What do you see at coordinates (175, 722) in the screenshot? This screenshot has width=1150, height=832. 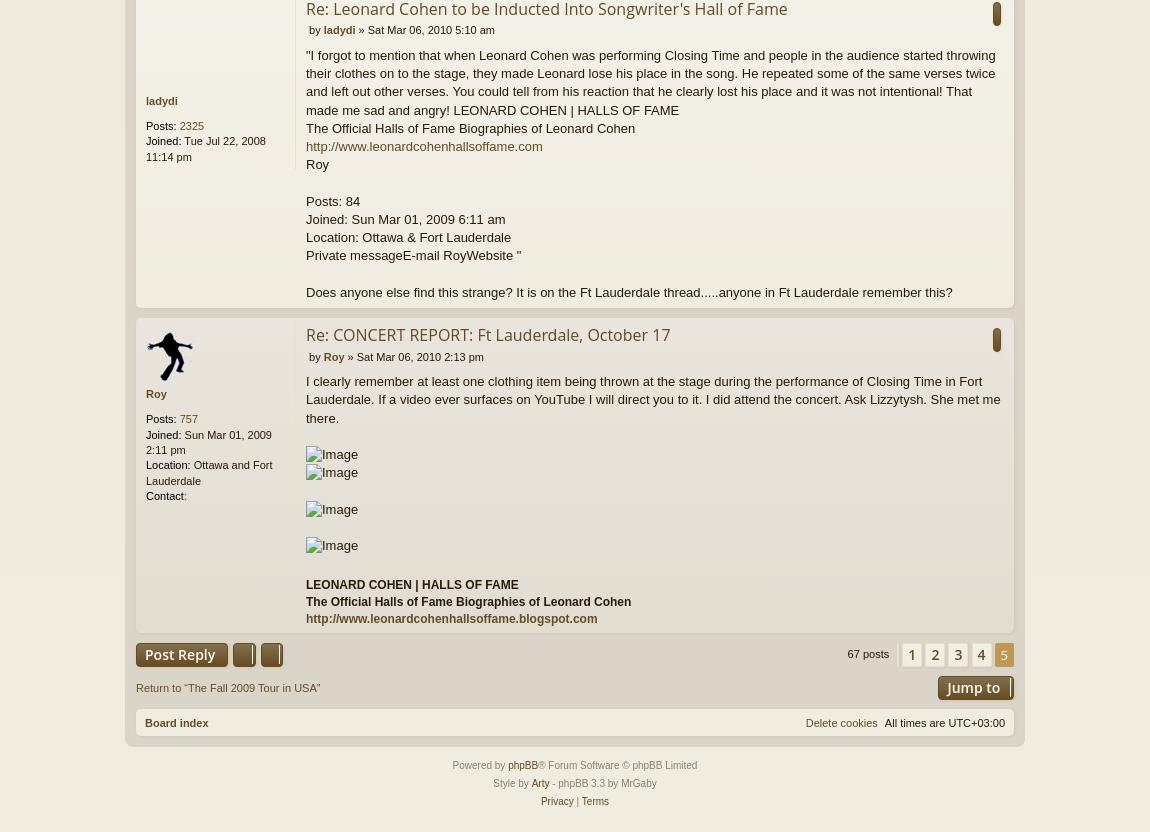 I see `'Board index'` at bounding box center [175, 722].